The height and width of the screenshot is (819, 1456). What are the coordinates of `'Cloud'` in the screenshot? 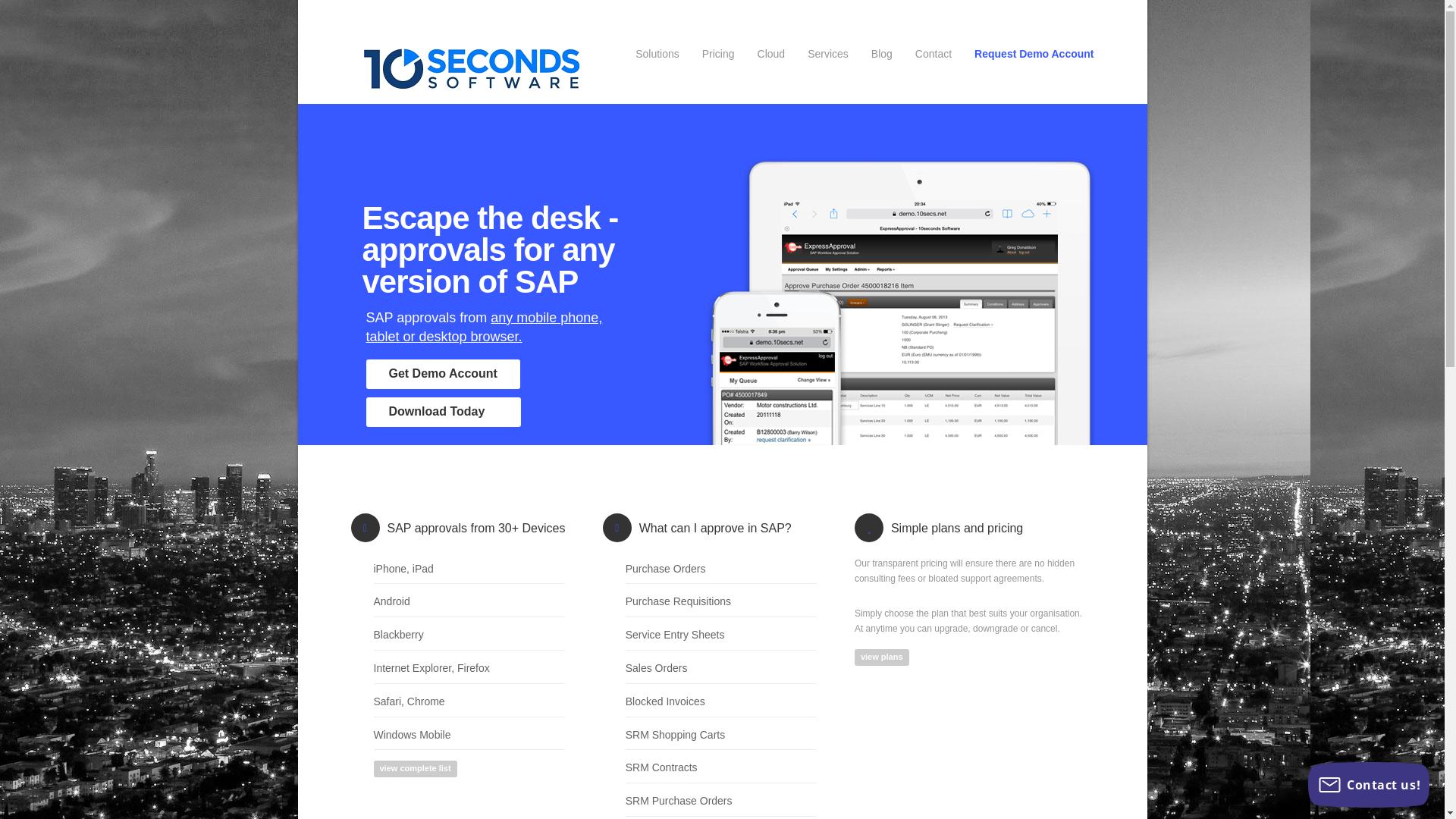 It's located at (771, 55).